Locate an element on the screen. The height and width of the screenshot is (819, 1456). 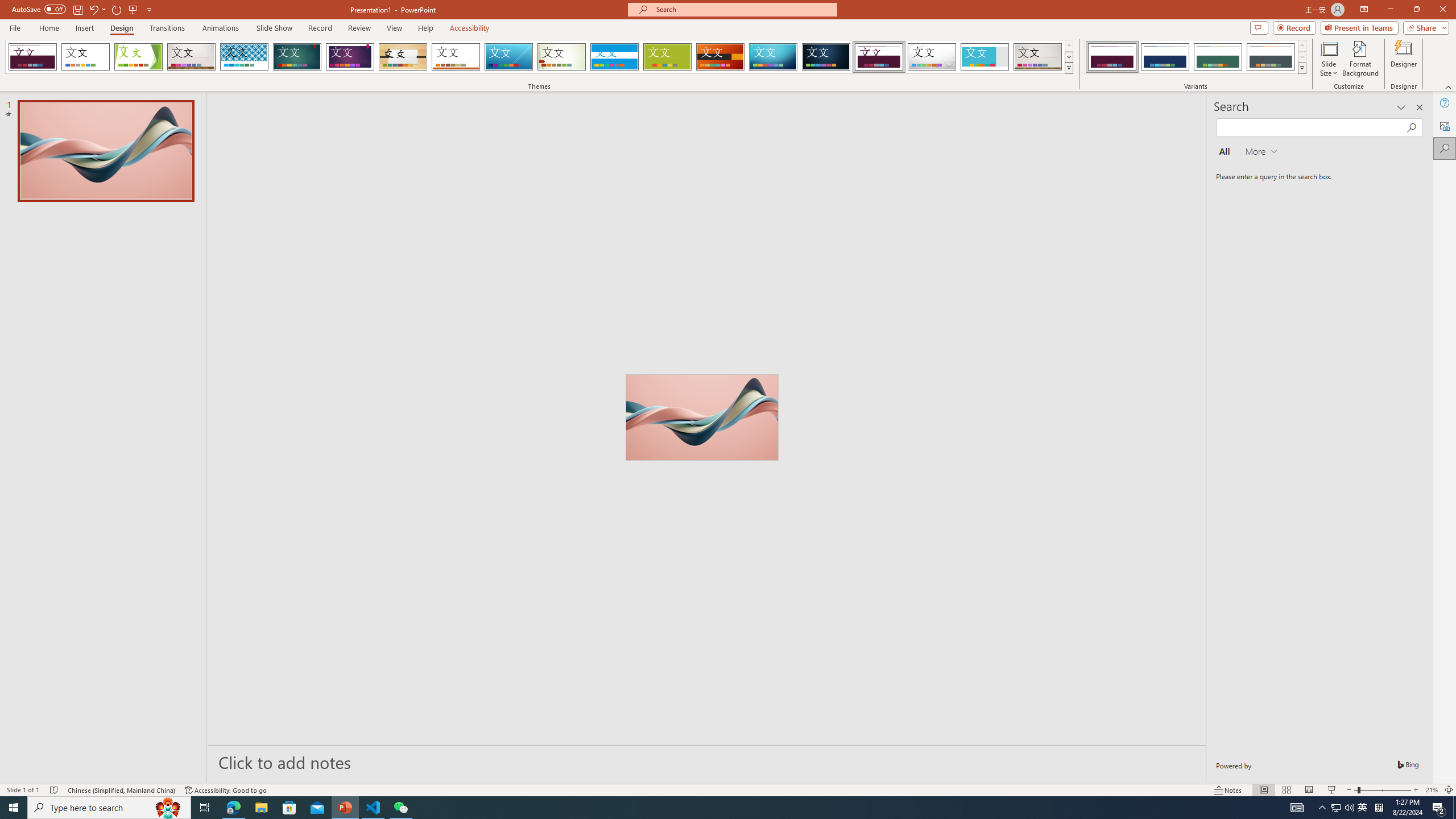
'Berlin' is located at coordinates (721, 56).